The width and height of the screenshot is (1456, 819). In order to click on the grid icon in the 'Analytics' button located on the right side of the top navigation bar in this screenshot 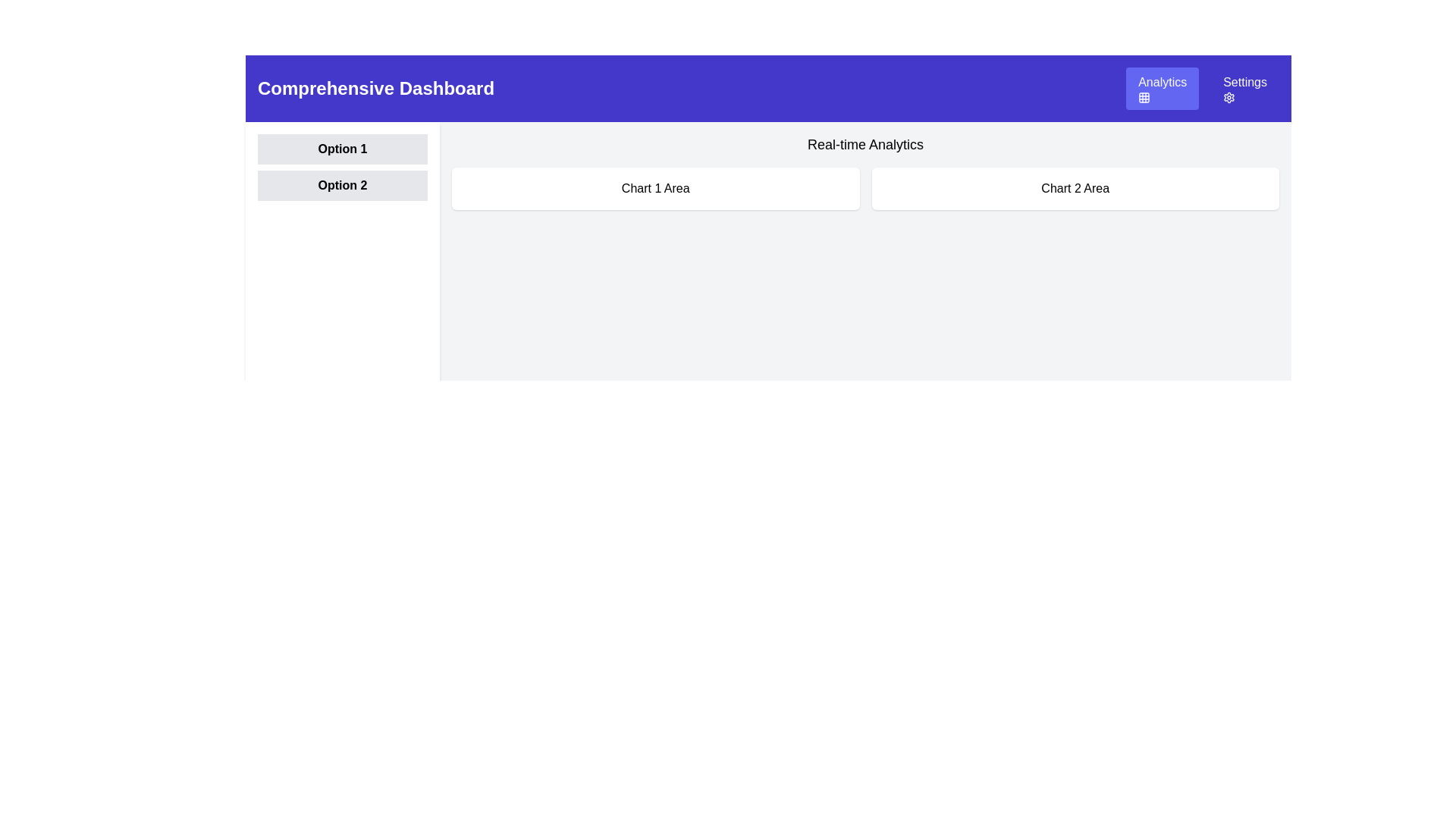, I will do `click(1144, 97)`.